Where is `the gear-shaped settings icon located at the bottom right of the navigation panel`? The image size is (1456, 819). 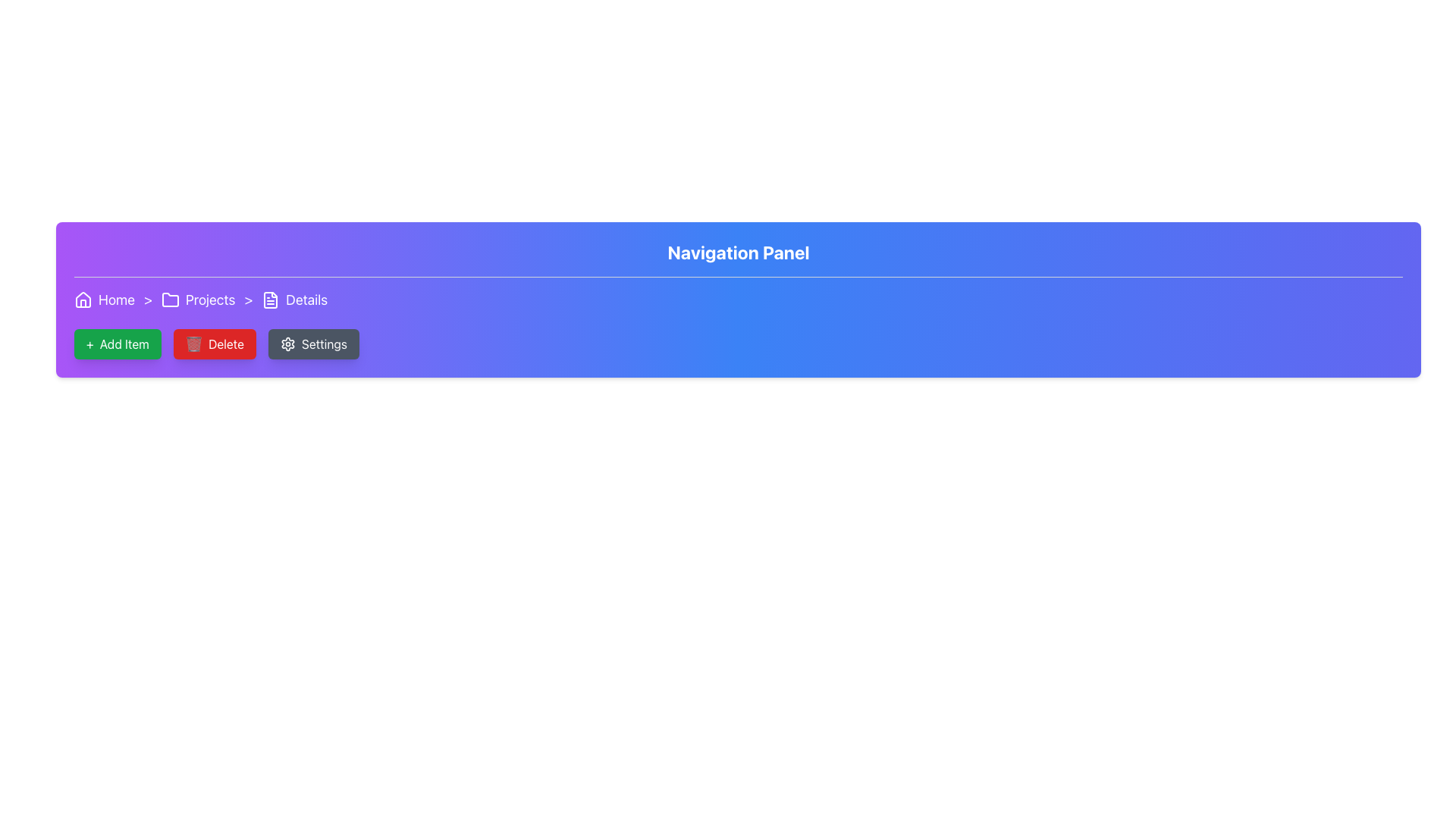 the gear-shaped settings icon located at the bottom right of the navigation panel is located at coordinates (287, 344).